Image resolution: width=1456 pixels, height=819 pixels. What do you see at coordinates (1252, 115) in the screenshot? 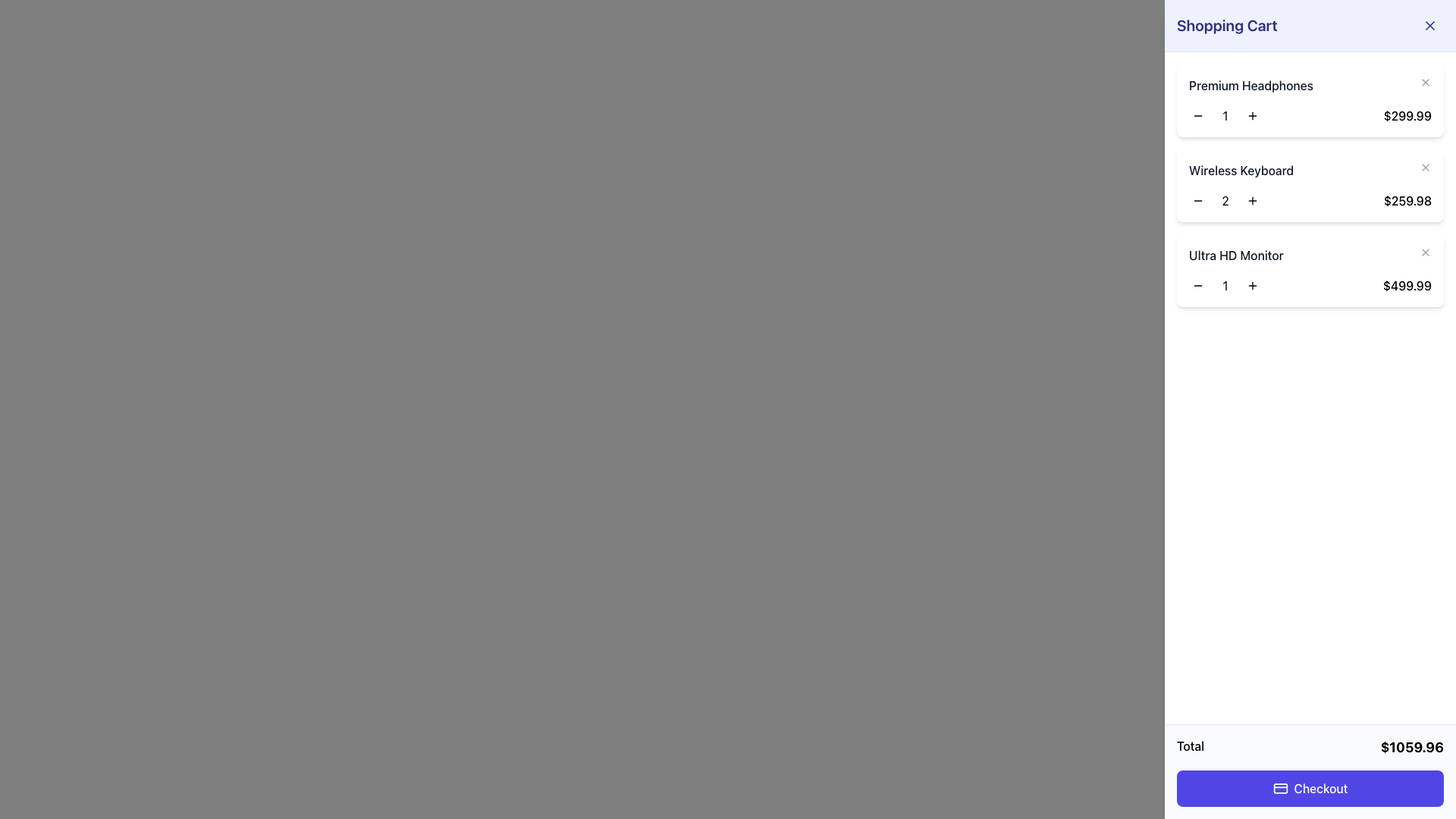
I see `the plus sign icon button located in the shopping cart interface next to the quantity indicator for 'Premium Headphones' to increase the item quantity` at bounding box center [1252, 115].